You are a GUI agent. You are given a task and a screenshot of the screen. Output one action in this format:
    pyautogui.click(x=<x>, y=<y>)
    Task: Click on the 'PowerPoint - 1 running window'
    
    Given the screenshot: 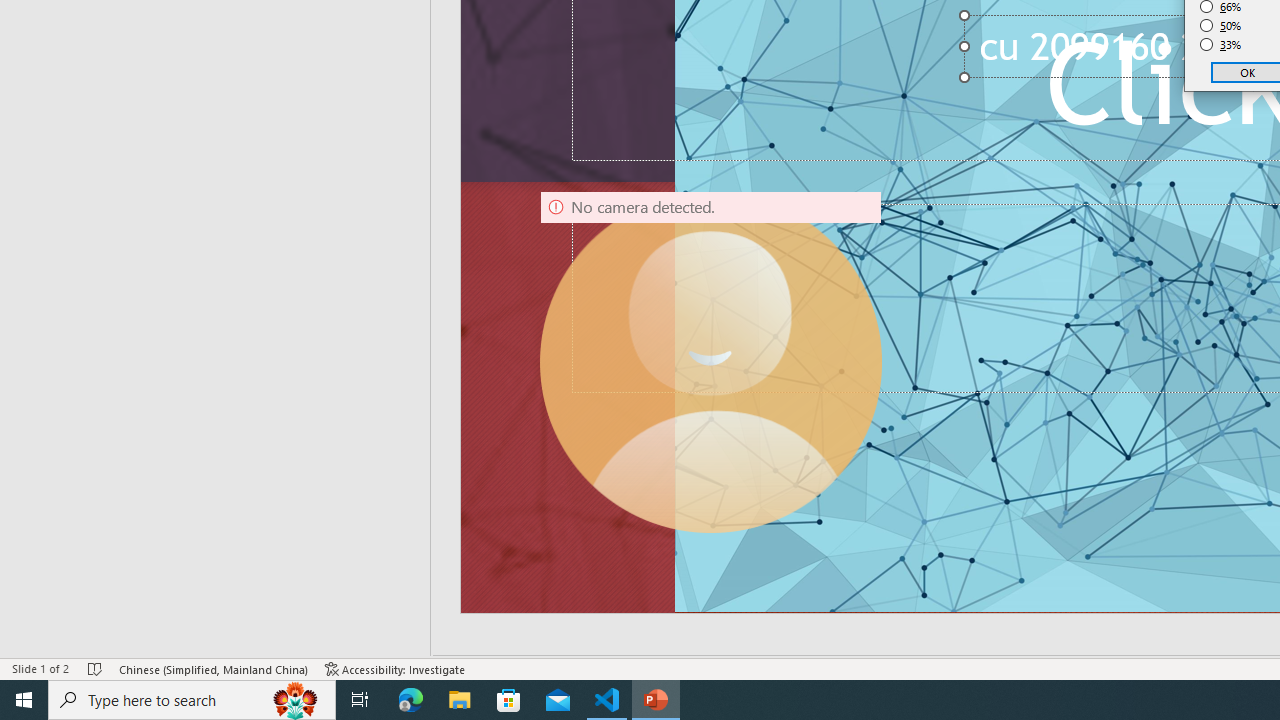 What is the action you would take?
    pyautogui.click(x=656, y=698)
    